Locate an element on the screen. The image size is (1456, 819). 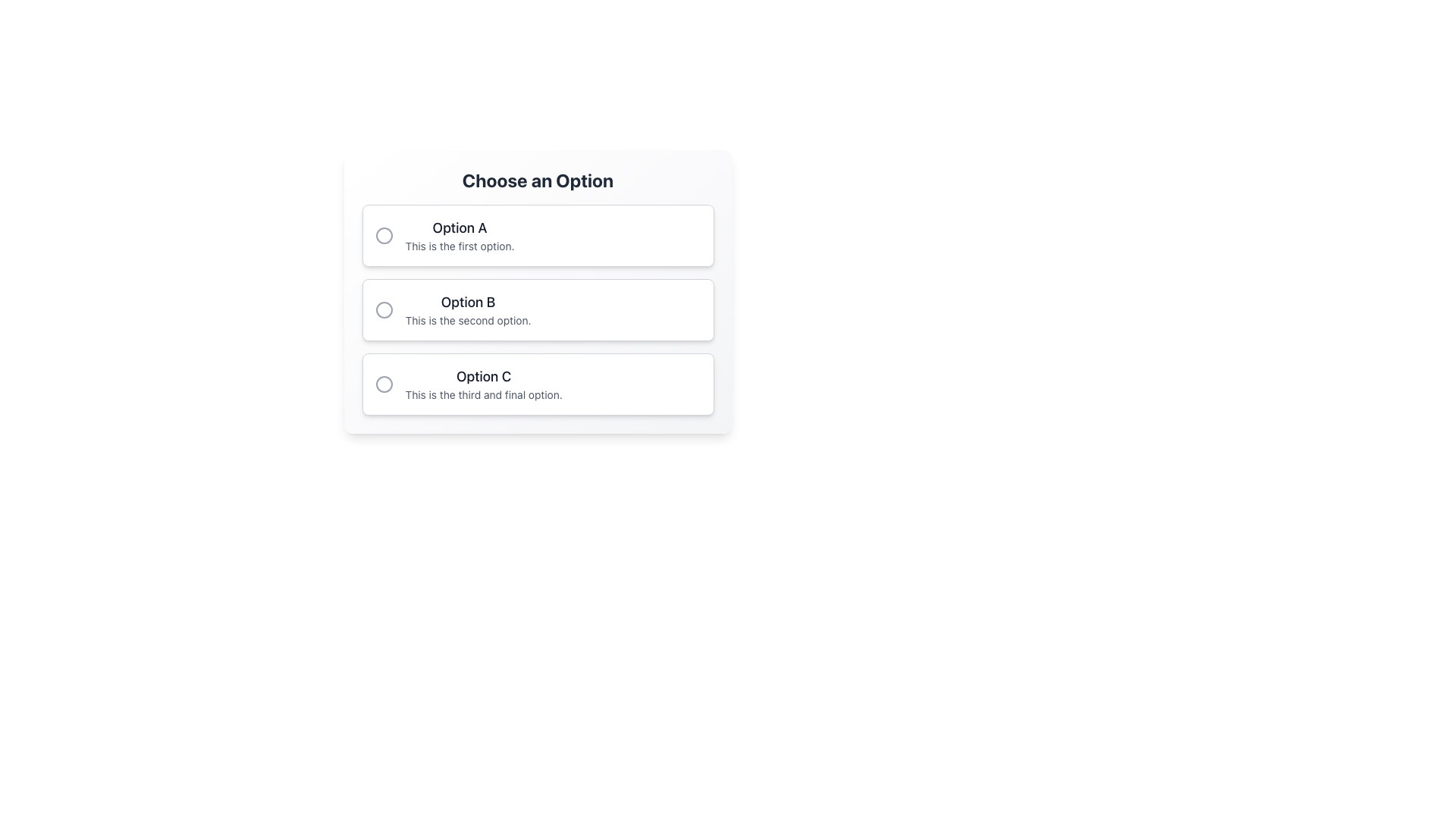
on the radio button for 'Option A' is located at coordinates (384, 236).